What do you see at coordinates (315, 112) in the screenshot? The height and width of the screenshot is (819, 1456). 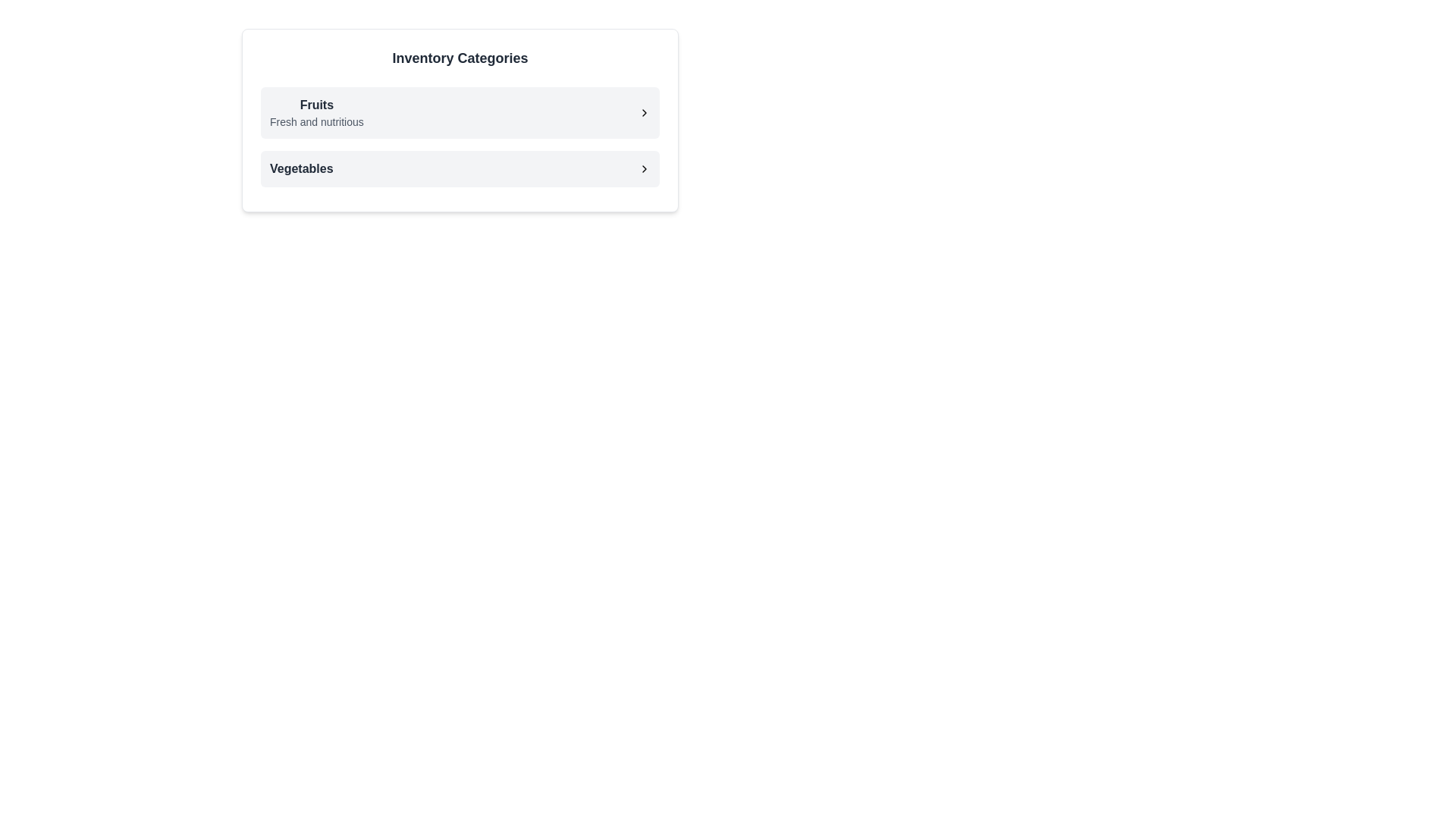 I see `the 'Fruits' category label` at bounding box center [315, 112].